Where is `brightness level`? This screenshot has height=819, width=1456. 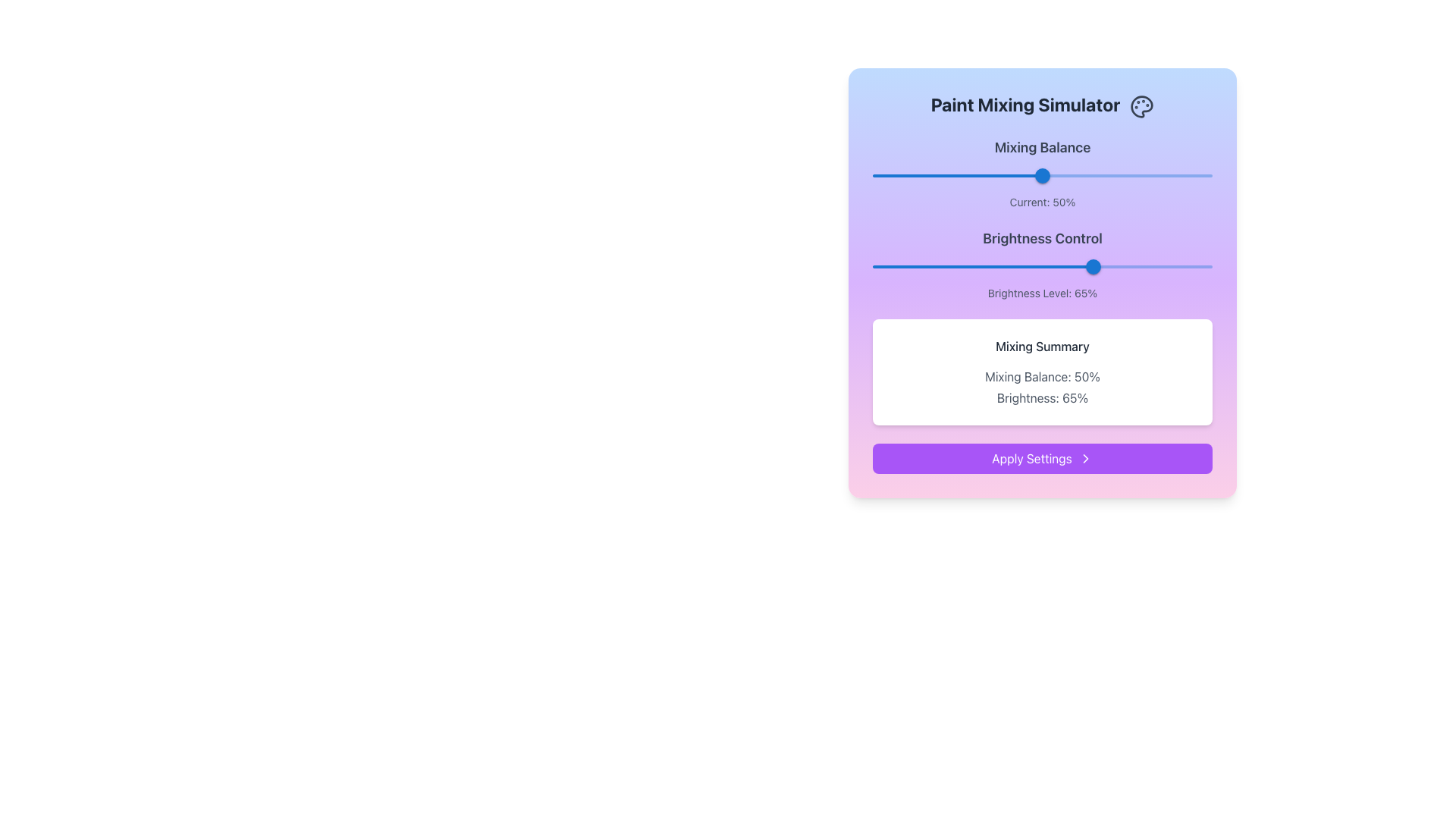
brightness level is located at coordinates (906, 265).